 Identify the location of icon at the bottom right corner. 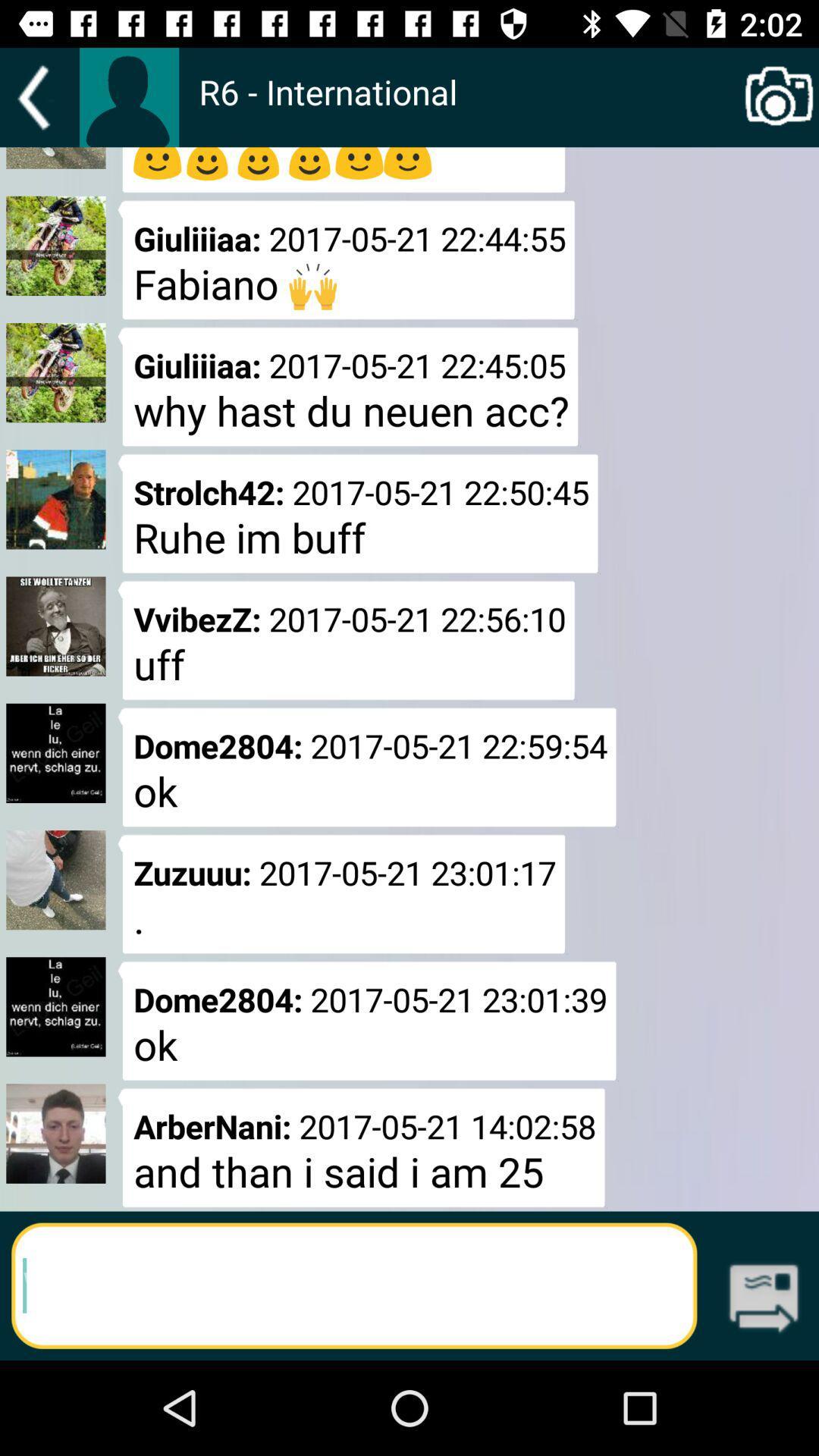
(764, 1299).